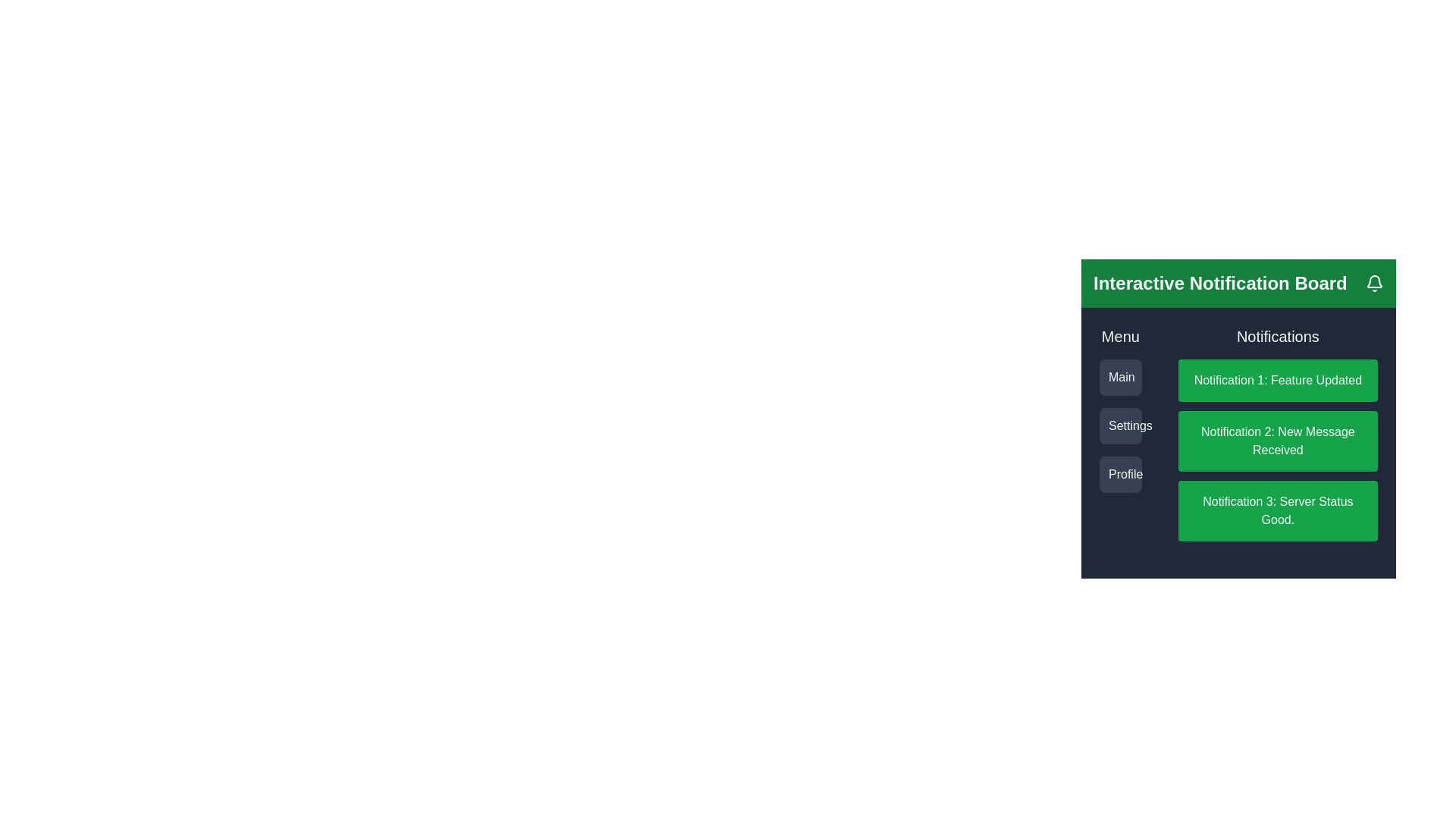 Image resolution: width=1456 pixels, height=819 pixels. What do you see at coordinates (1375, 284) in the screenshot?
I see `the bell-shaped notification icon outlined in white located at the top-right corner of the green header section` at bounding box center [1375, 284].